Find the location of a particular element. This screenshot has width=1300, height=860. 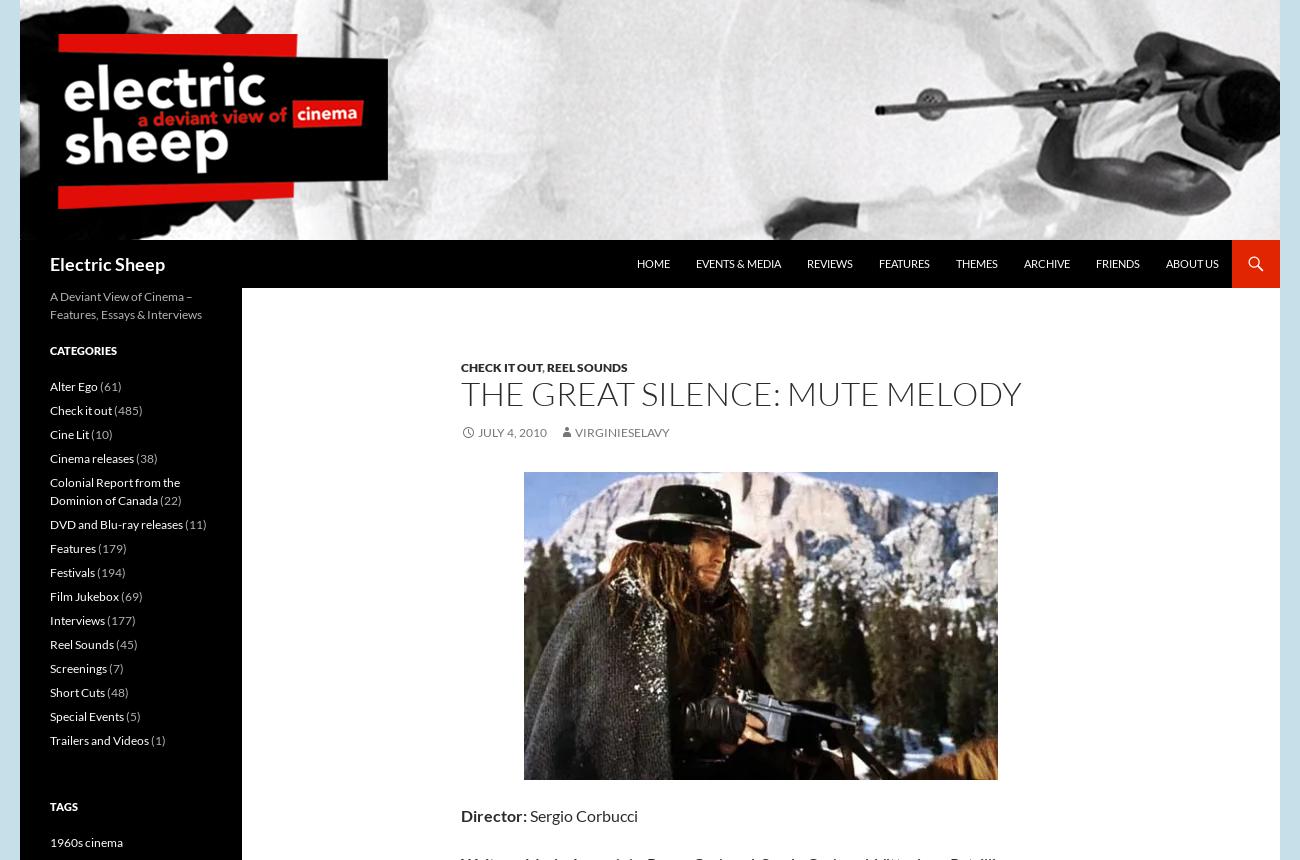

'Electric Sheep' is located at coordinates (107, 264).